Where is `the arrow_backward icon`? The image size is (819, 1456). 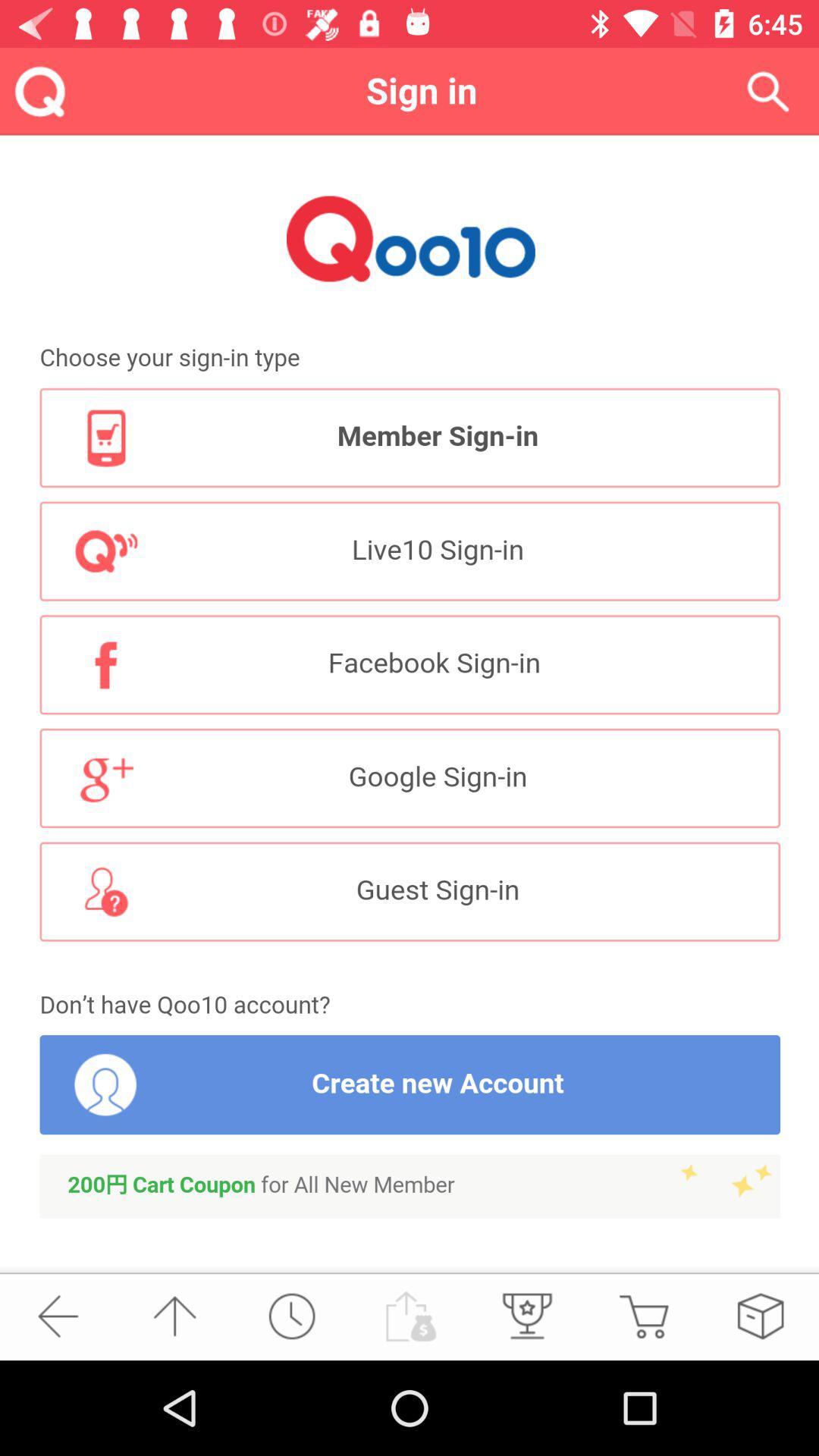 the arrow_backward icon is located at coordinates (57, 1315).